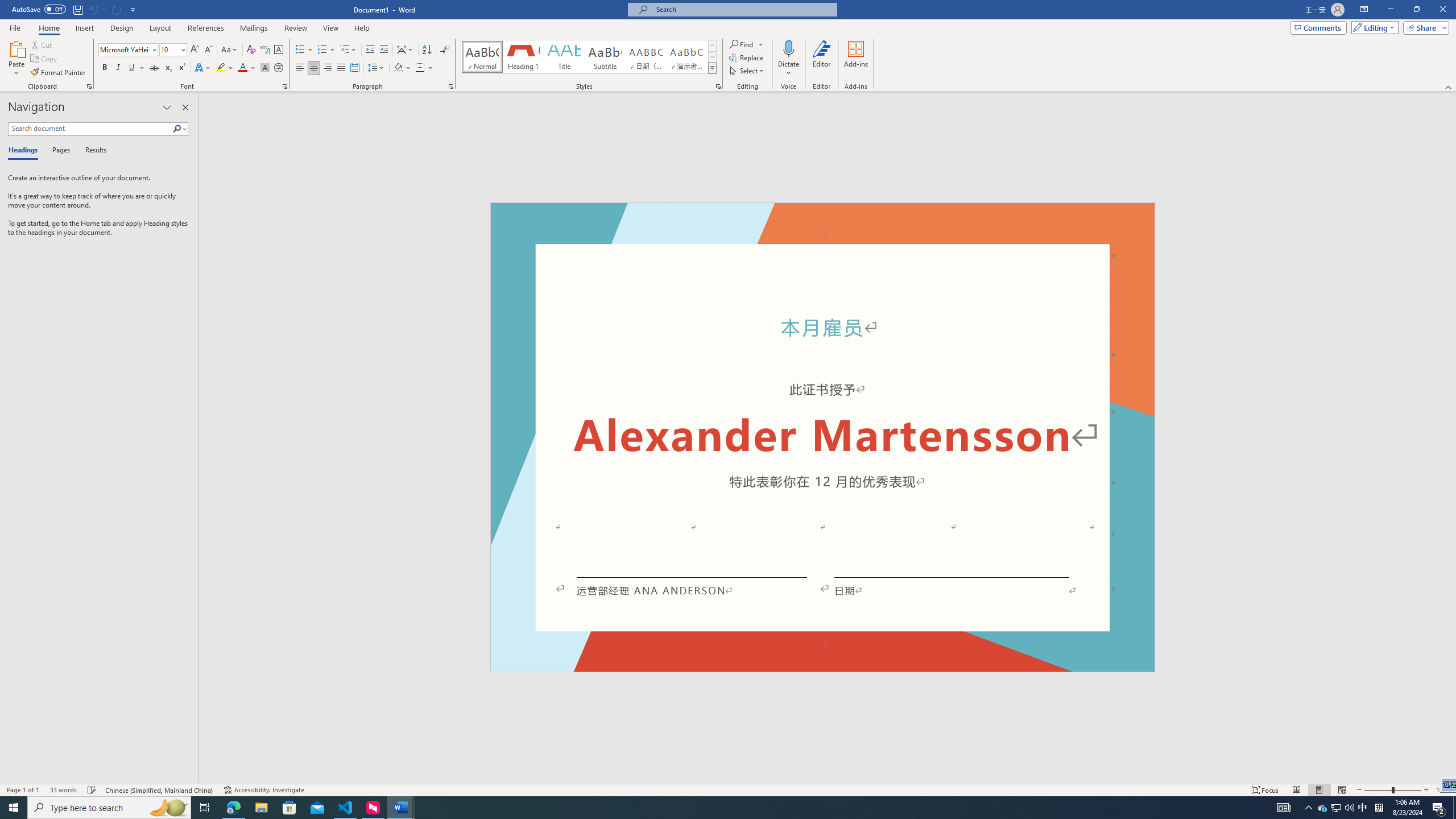 This screenshot has width=1456, height=819. Describe the element at coordinates (220, 67) in the screenshot. I see `'Text Highlight Color Yellow'` at that location.